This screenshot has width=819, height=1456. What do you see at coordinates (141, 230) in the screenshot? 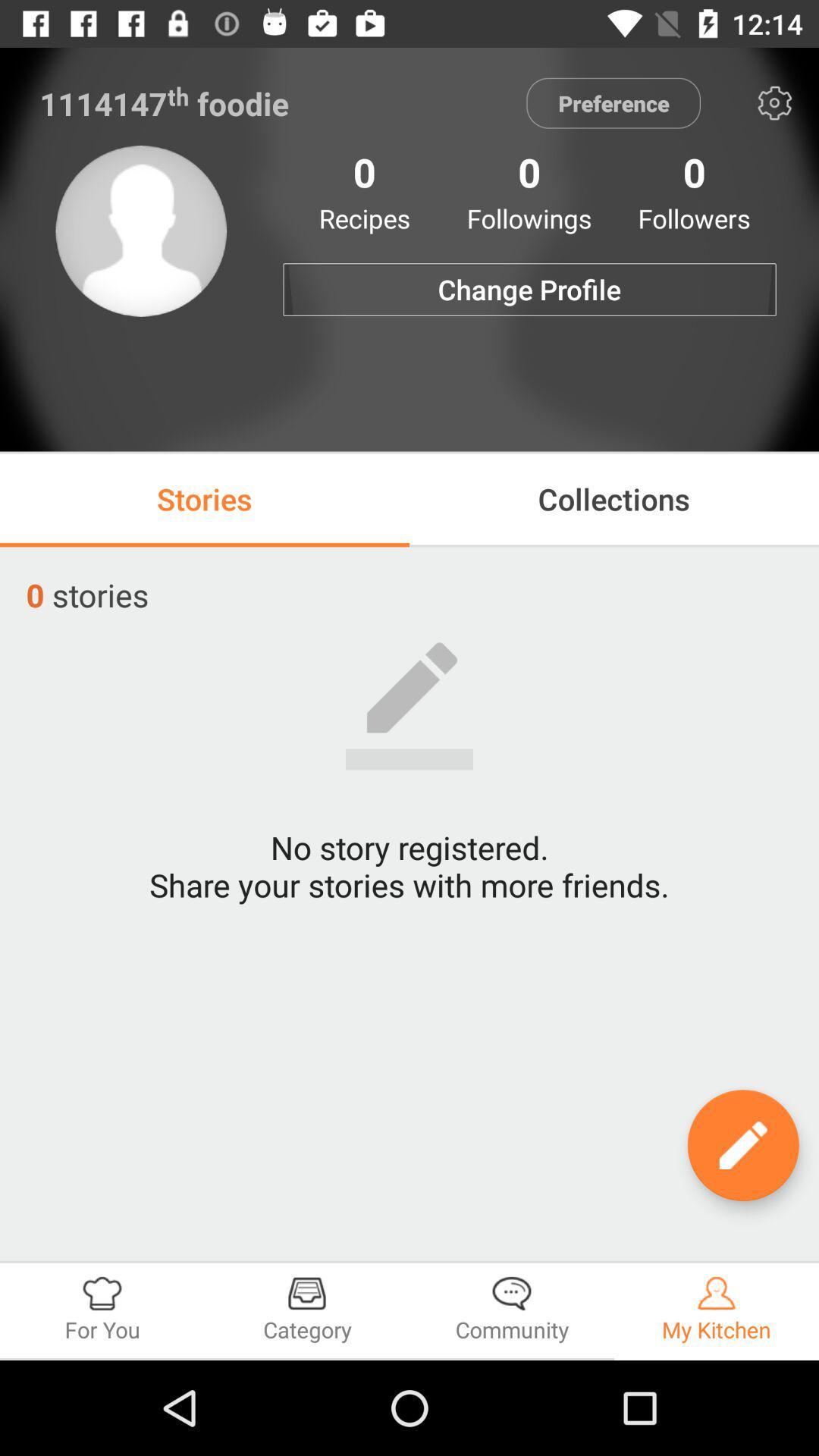
I see `icon next to the change profile icon` at bounding box center [141, 230].